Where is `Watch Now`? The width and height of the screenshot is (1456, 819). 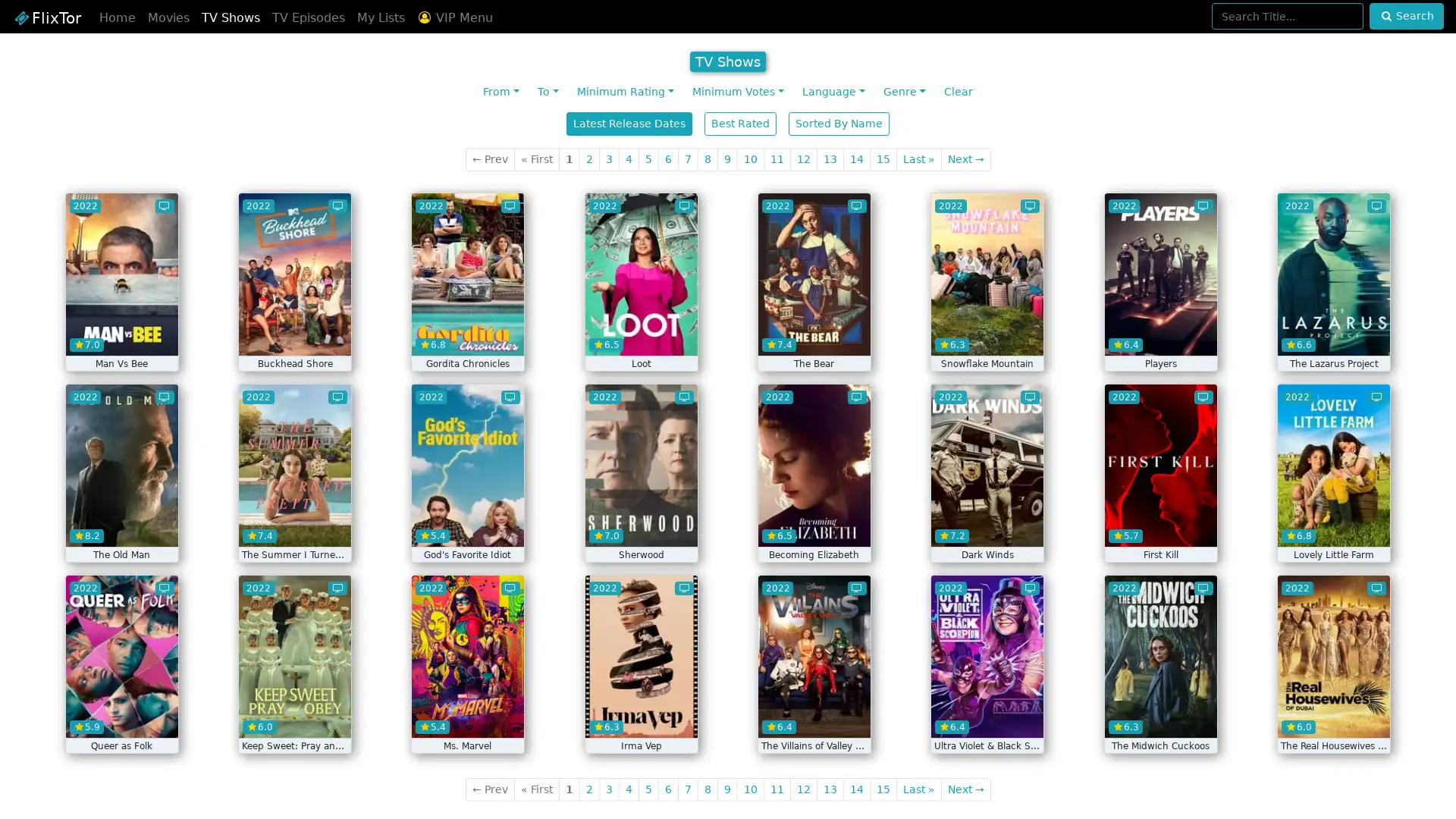 Watch Now is located at coordinates (467, 716).